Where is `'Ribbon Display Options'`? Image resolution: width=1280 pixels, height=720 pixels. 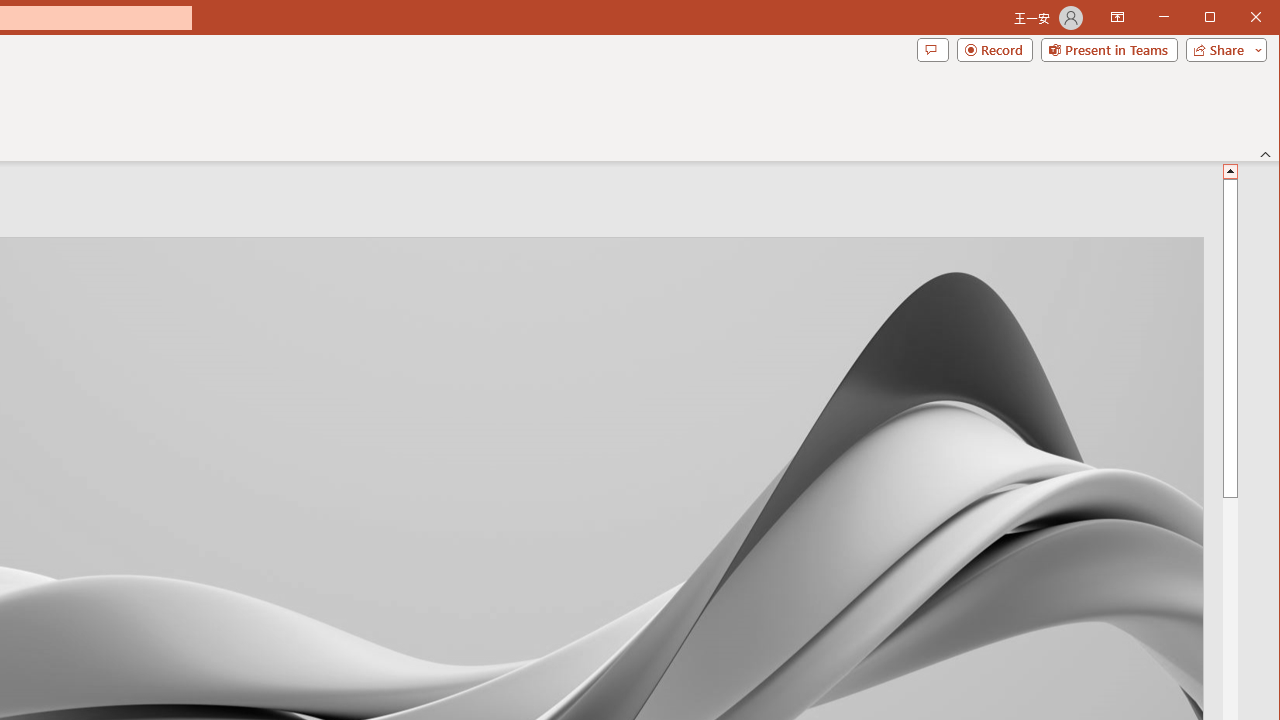 'Ribbon Display Options' is located at coordinates (1116, 18).